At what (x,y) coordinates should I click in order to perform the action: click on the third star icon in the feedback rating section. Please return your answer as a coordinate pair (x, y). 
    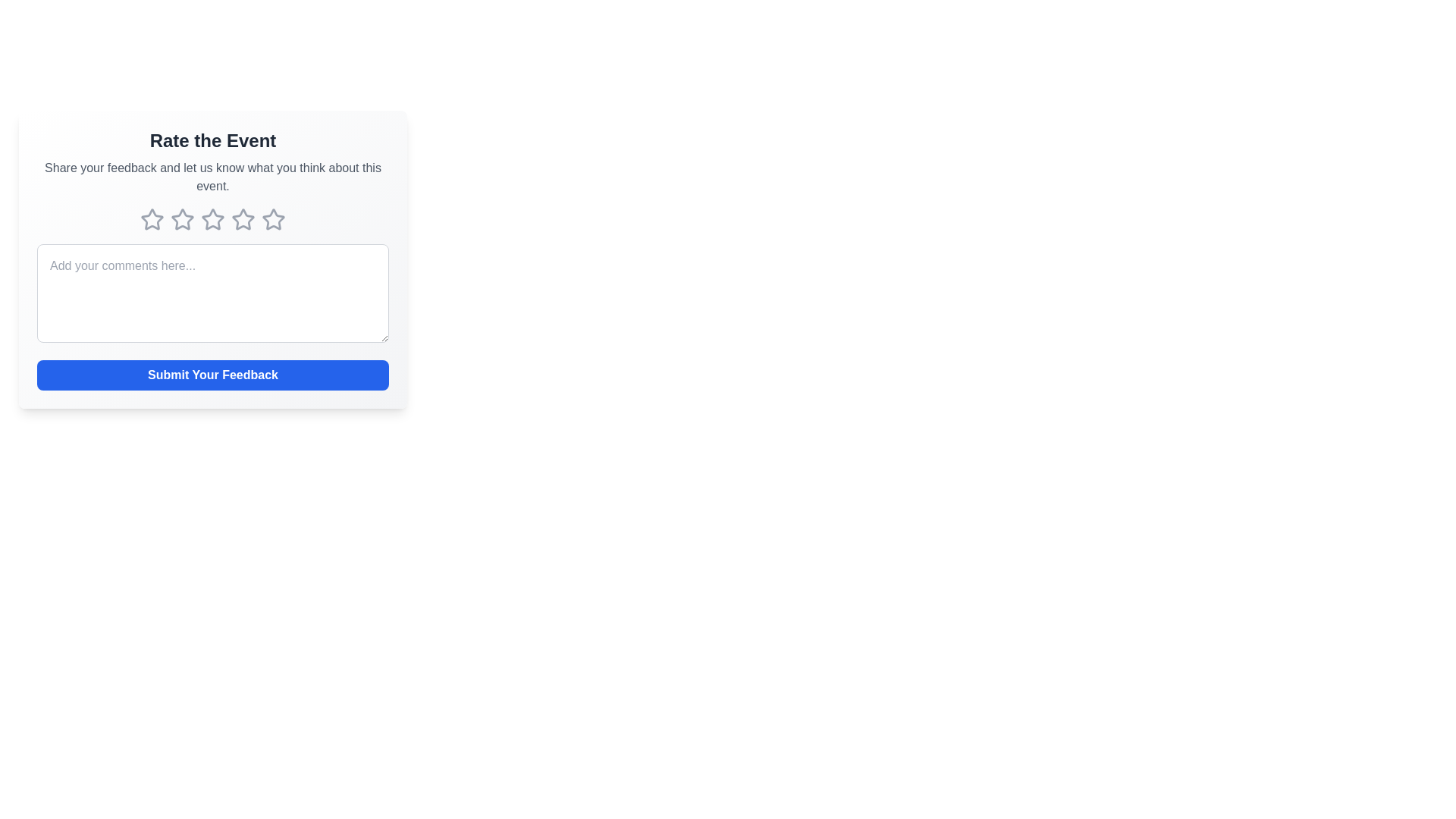
    Looking at the image, I should click on (212, 219).